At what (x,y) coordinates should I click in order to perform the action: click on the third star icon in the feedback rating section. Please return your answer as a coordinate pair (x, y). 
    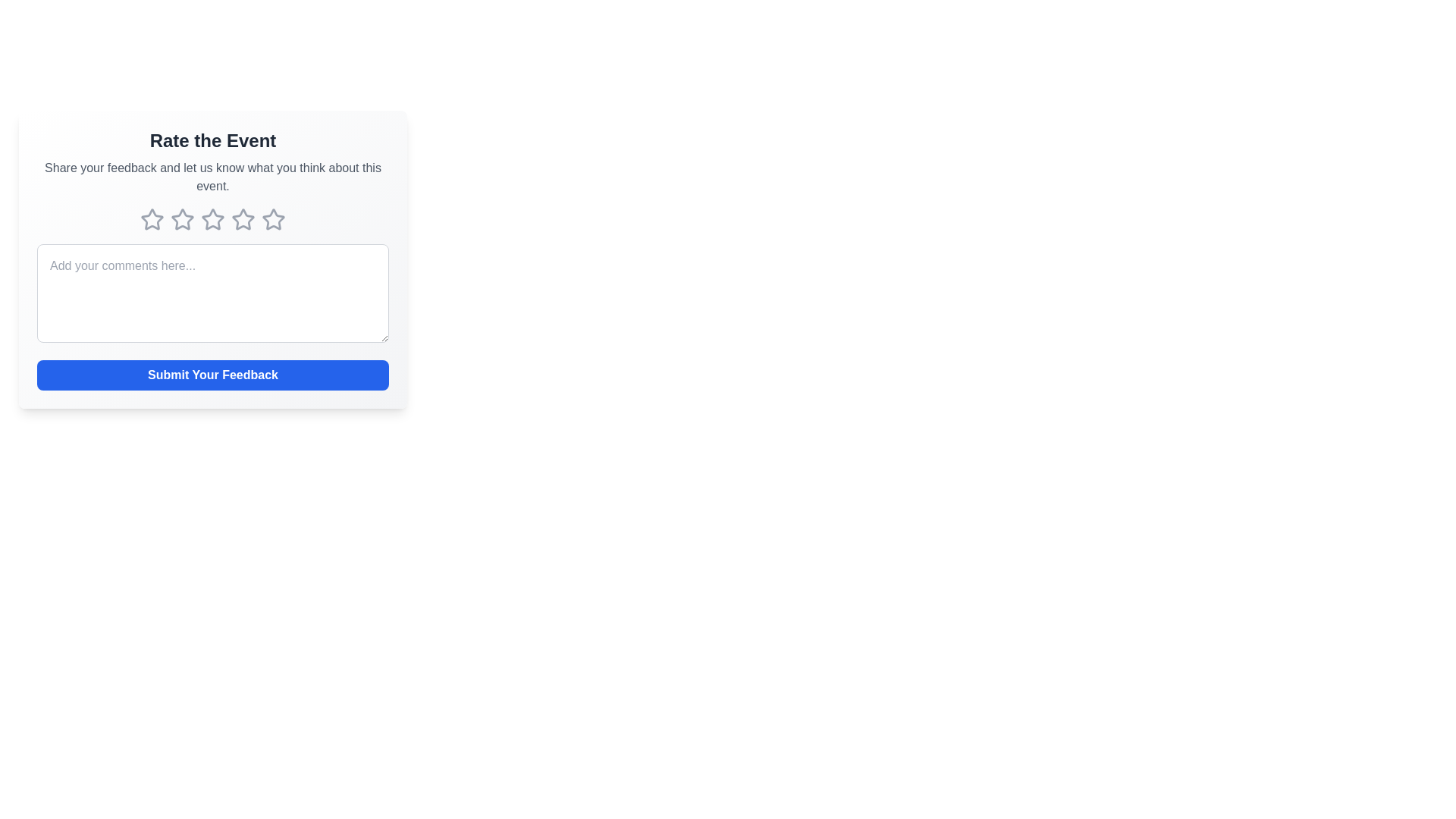
    Looking at the image, I should click on (212, 219).